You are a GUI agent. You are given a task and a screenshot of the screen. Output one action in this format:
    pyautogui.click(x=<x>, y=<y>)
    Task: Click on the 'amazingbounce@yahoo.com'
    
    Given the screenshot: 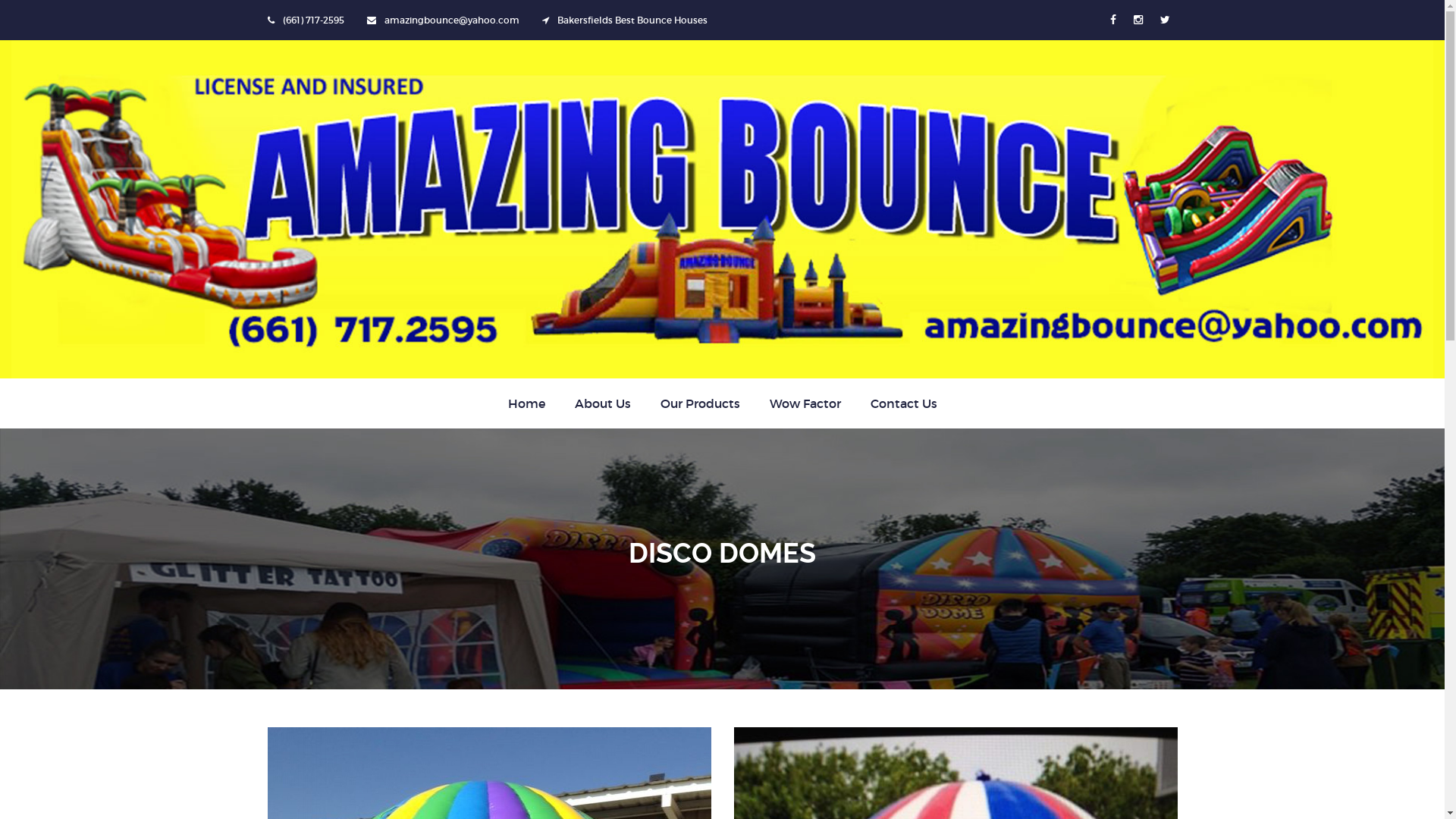 What is the action you would take?
    pyautogui.click(x=450, y=20)
    